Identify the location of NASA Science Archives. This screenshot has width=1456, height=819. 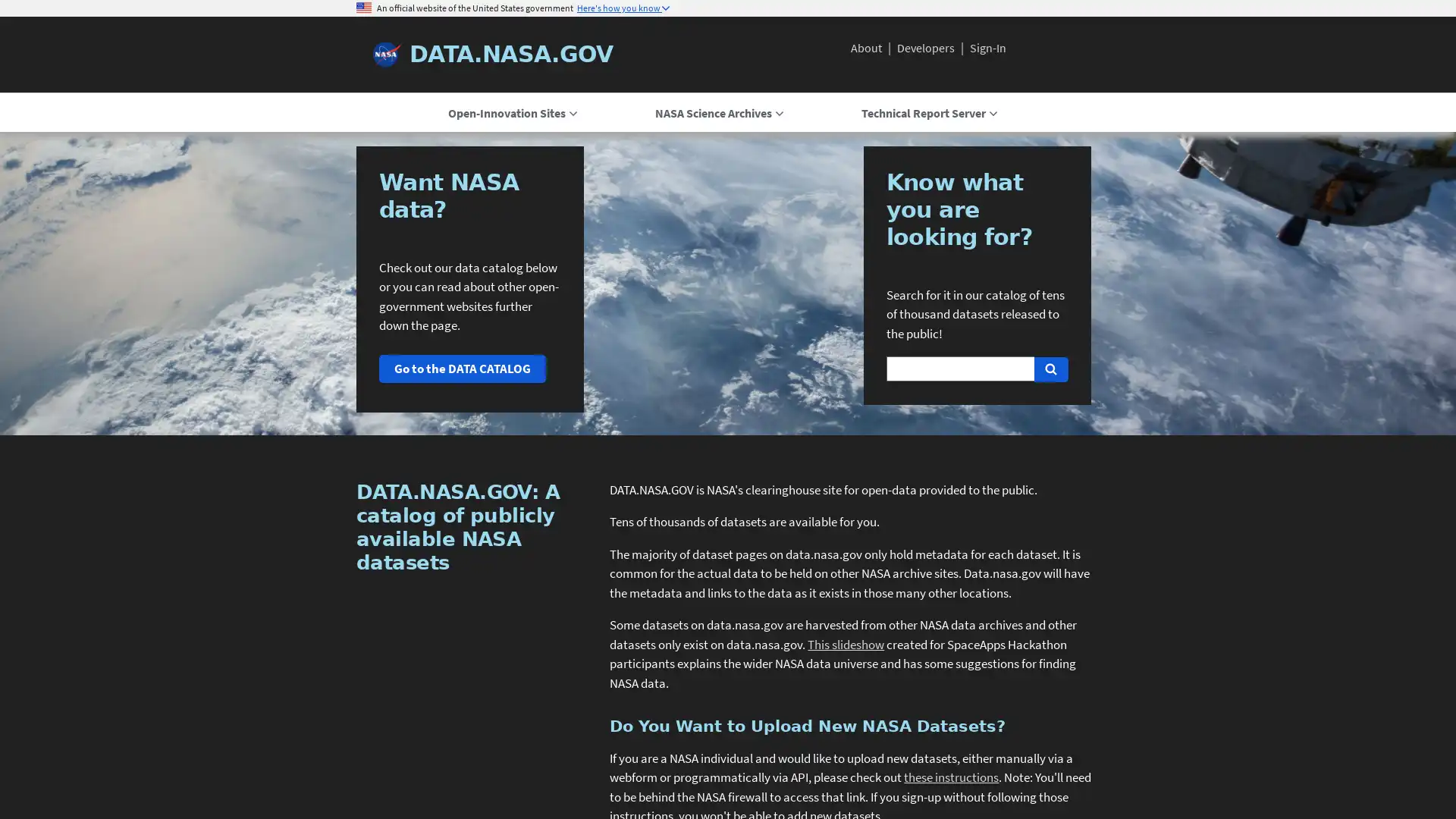
(717, 112).